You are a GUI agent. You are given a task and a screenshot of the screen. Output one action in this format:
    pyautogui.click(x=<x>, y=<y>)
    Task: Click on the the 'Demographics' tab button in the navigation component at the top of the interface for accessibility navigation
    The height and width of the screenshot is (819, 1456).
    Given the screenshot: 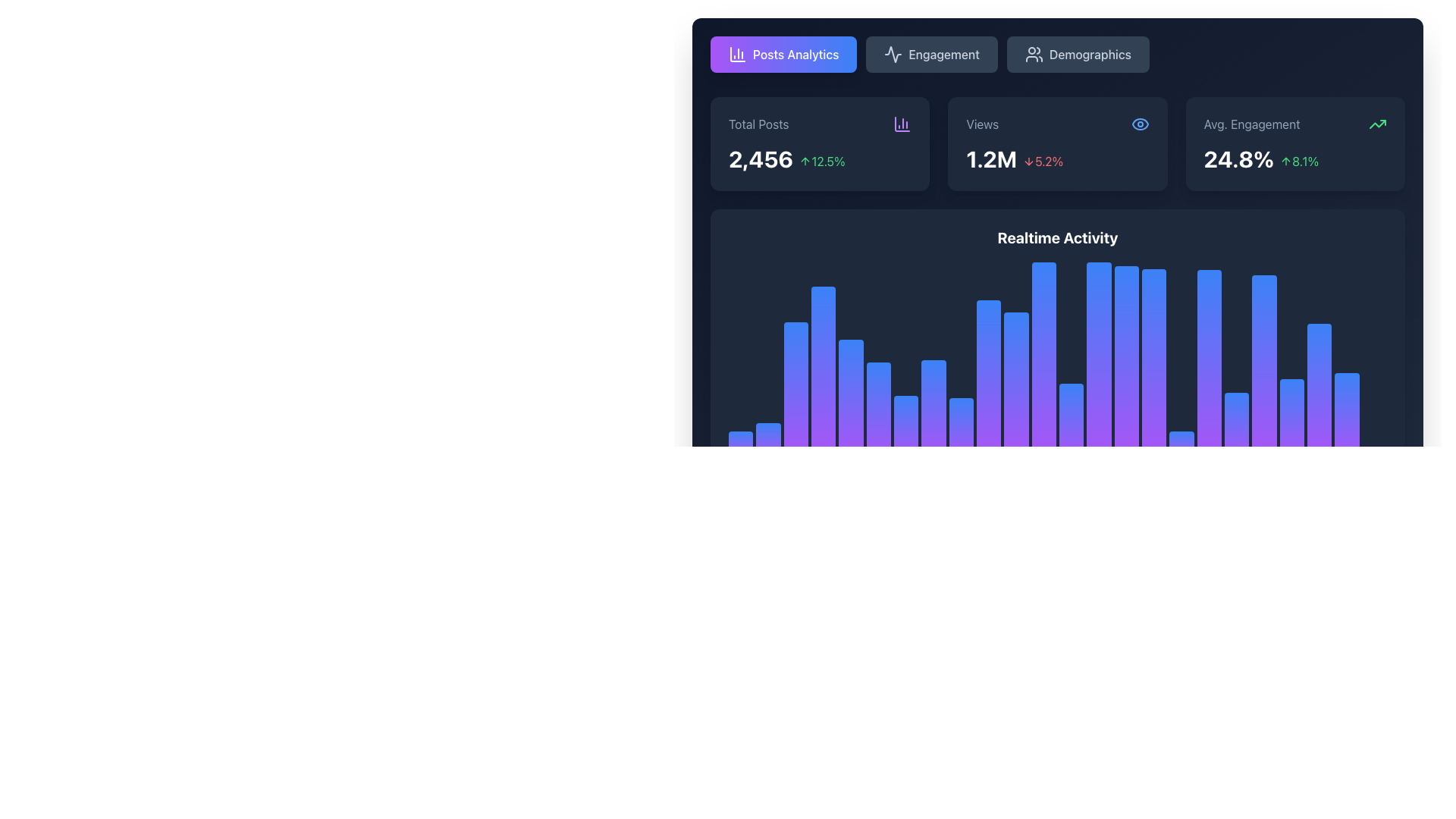 What is the action you would take?
    pyautogui.click(x=1057, y=54)
    